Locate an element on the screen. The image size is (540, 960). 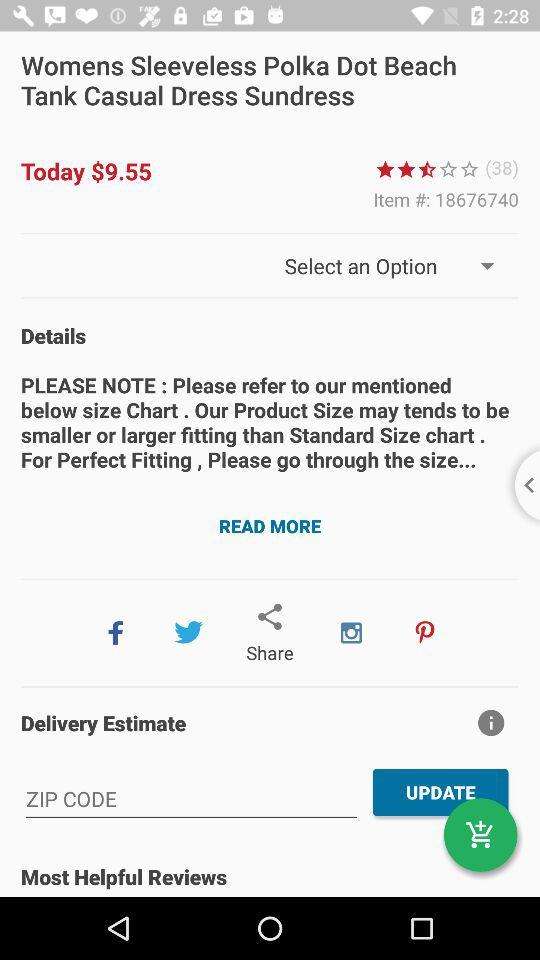
the text immediate below stars is located at coordinates (446, 199).